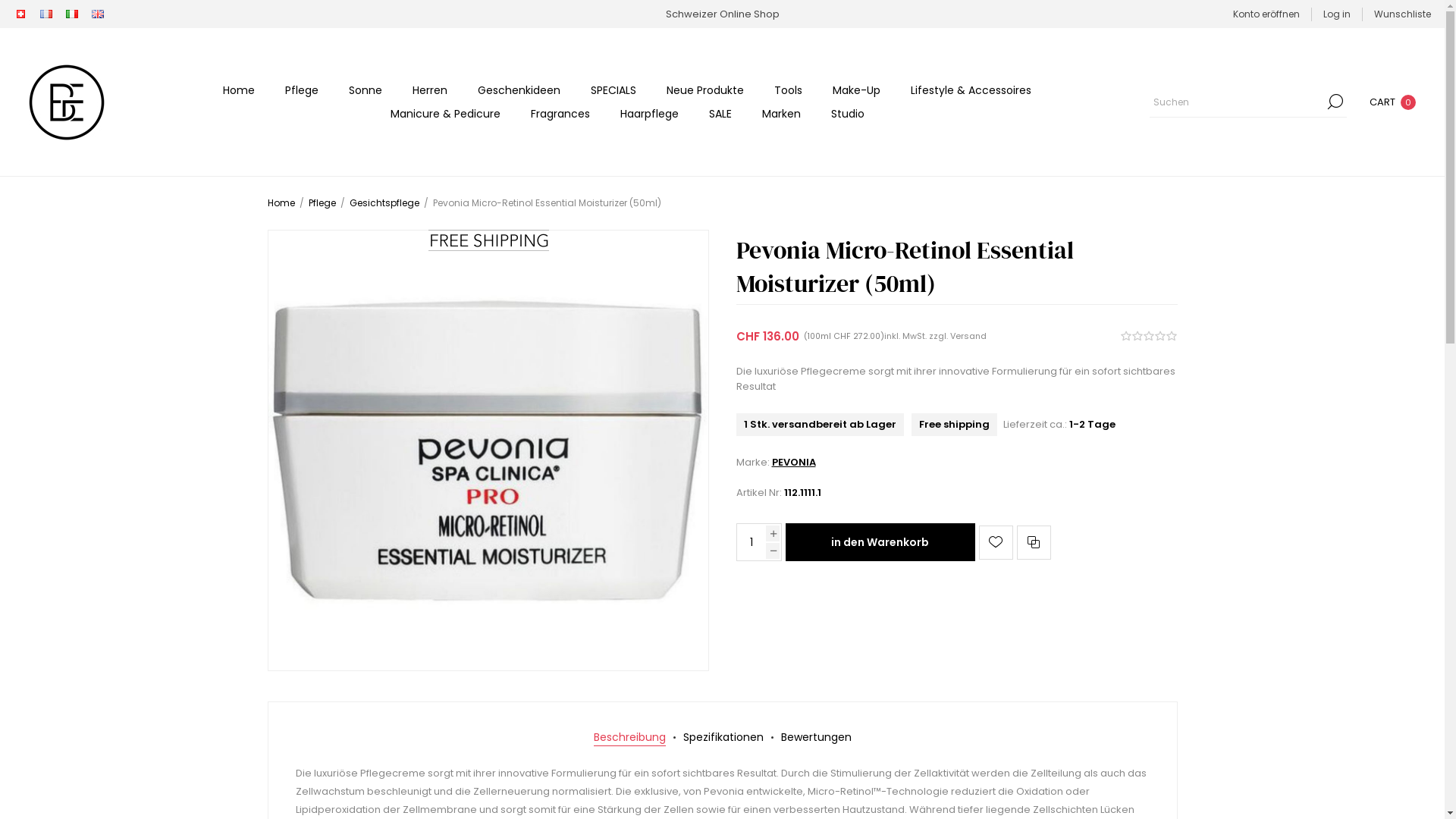  I want to click on 'Sonne', so click(365, 90).